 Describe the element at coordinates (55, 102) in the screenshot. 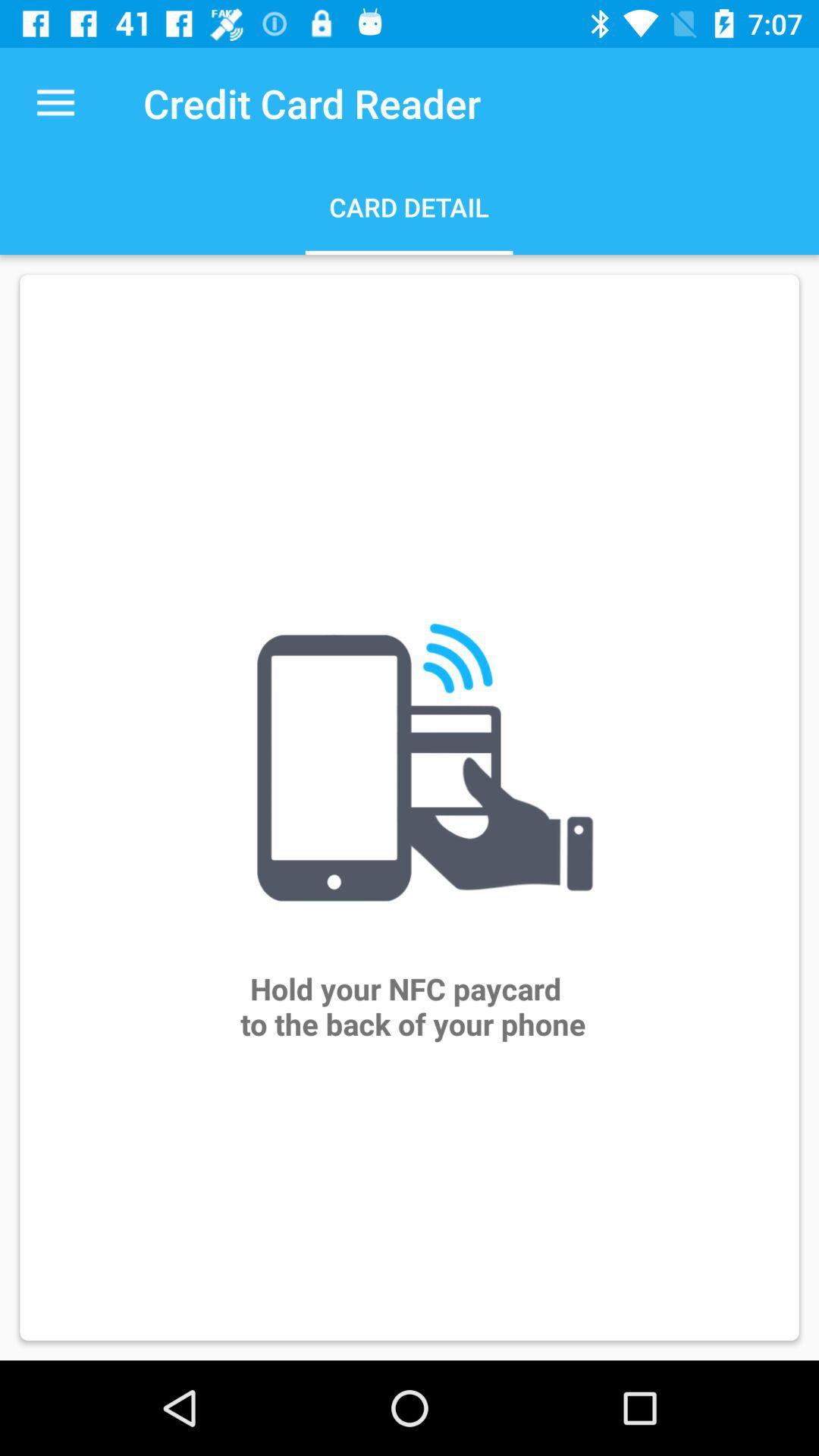

I see `icon to the left of credit card reader item` at that location.